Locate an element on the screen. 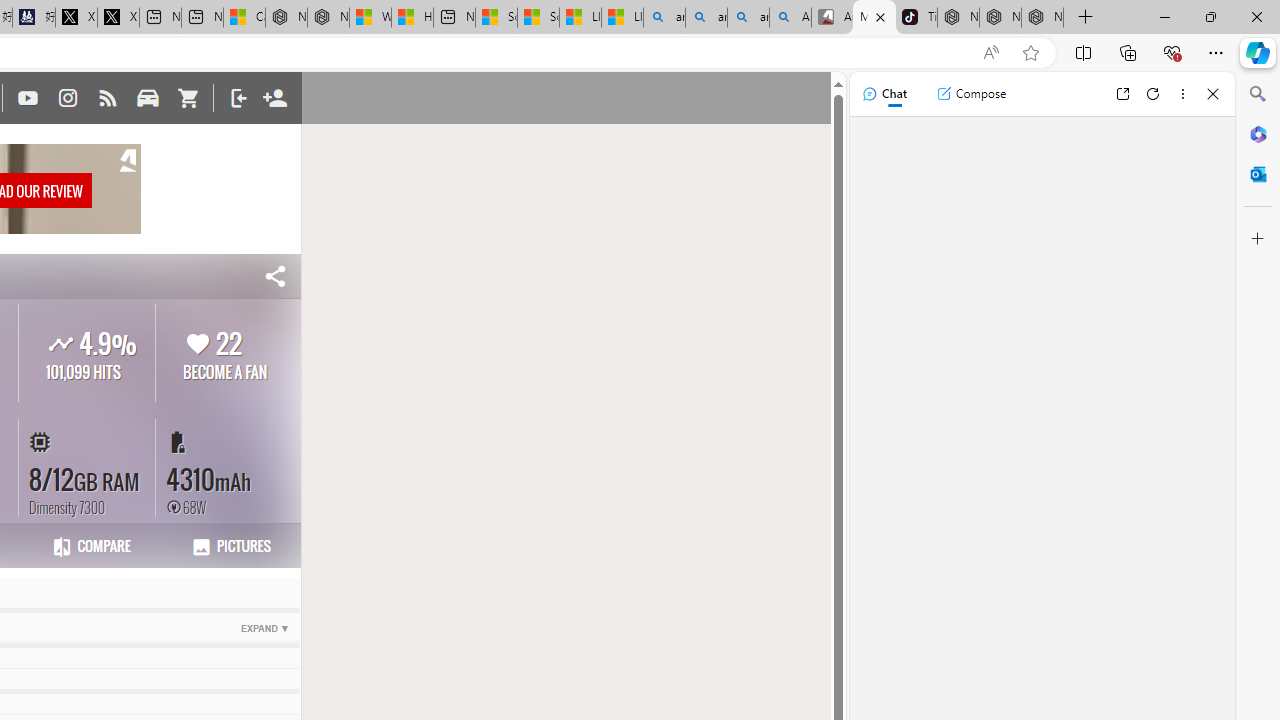 The width and height of the screenshot is (1280, 720). 'Open link in new tab' is located at coordinates (1122, 93).